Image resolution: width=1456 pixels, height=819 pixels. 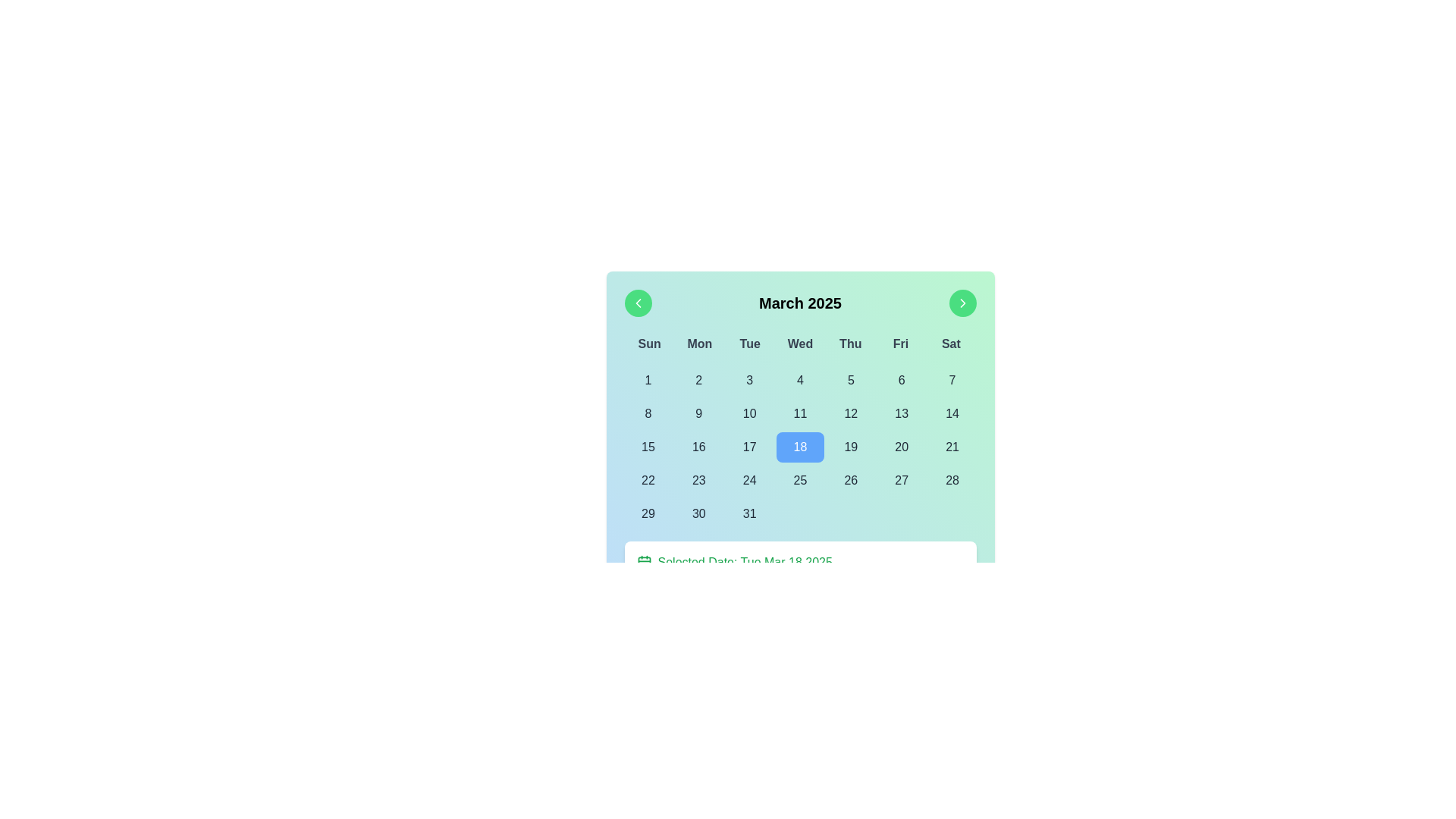 What do you see at coordinates (648, 513) in the screenshot?
I see `the button representing the 29th day of the calendar month` at bounding box center [648, 513].